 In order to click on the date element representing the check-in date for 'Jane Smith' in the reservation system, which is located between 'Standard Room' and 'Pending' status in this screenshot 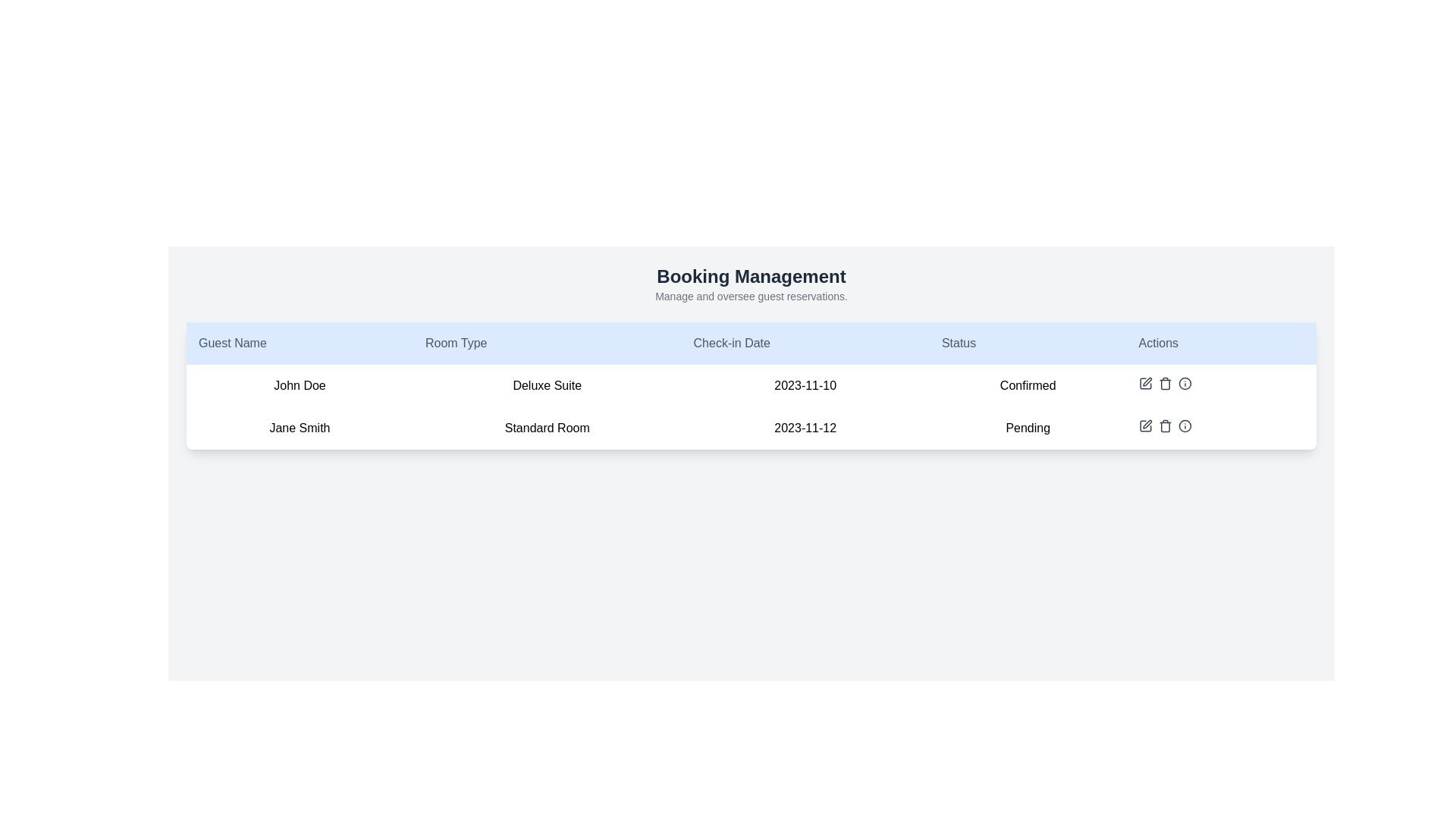, I will do `click(805, 428)`.